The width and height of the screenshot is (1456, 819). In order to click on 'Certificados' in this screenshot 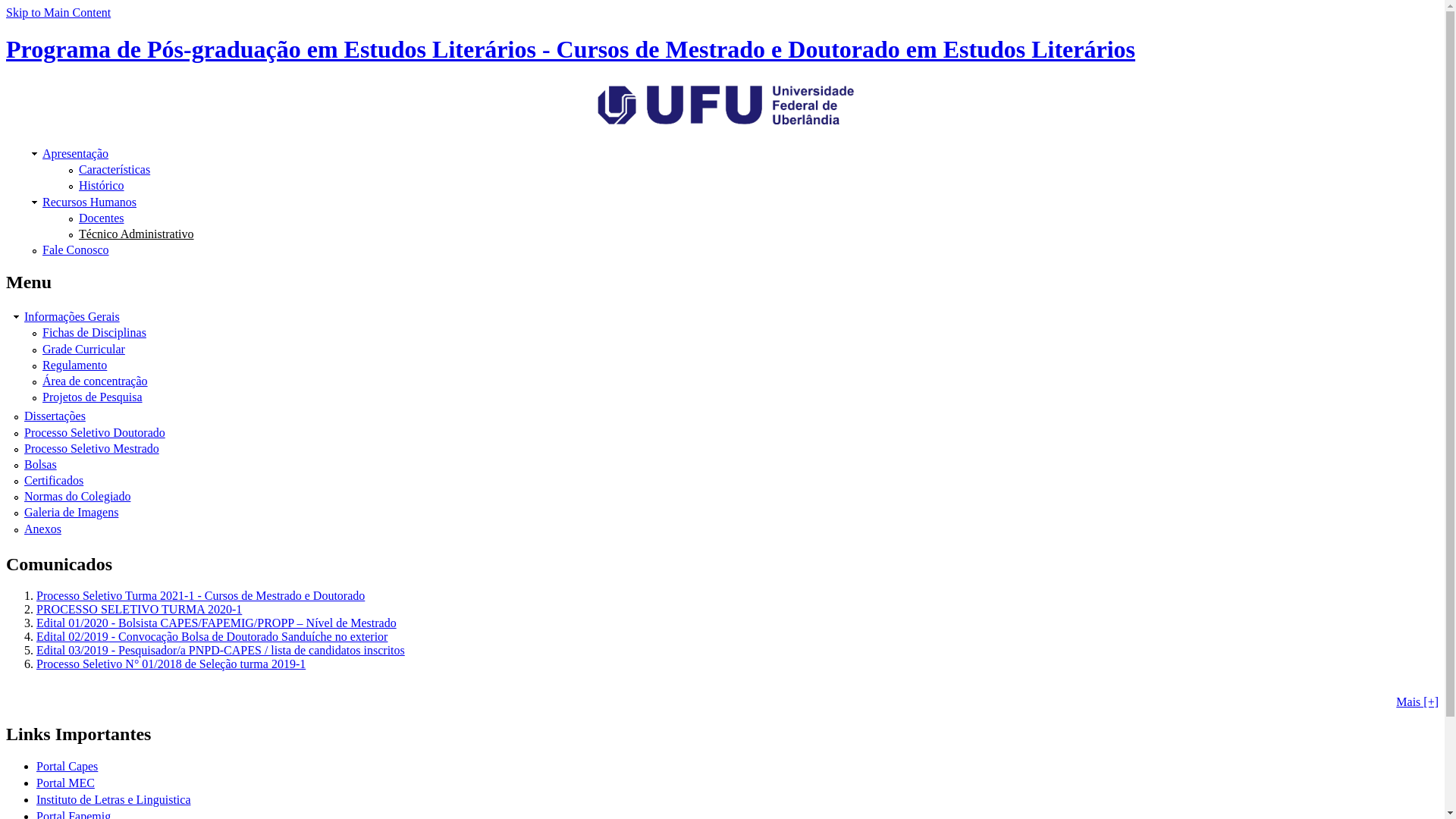, I will do `click(54, 480)`.